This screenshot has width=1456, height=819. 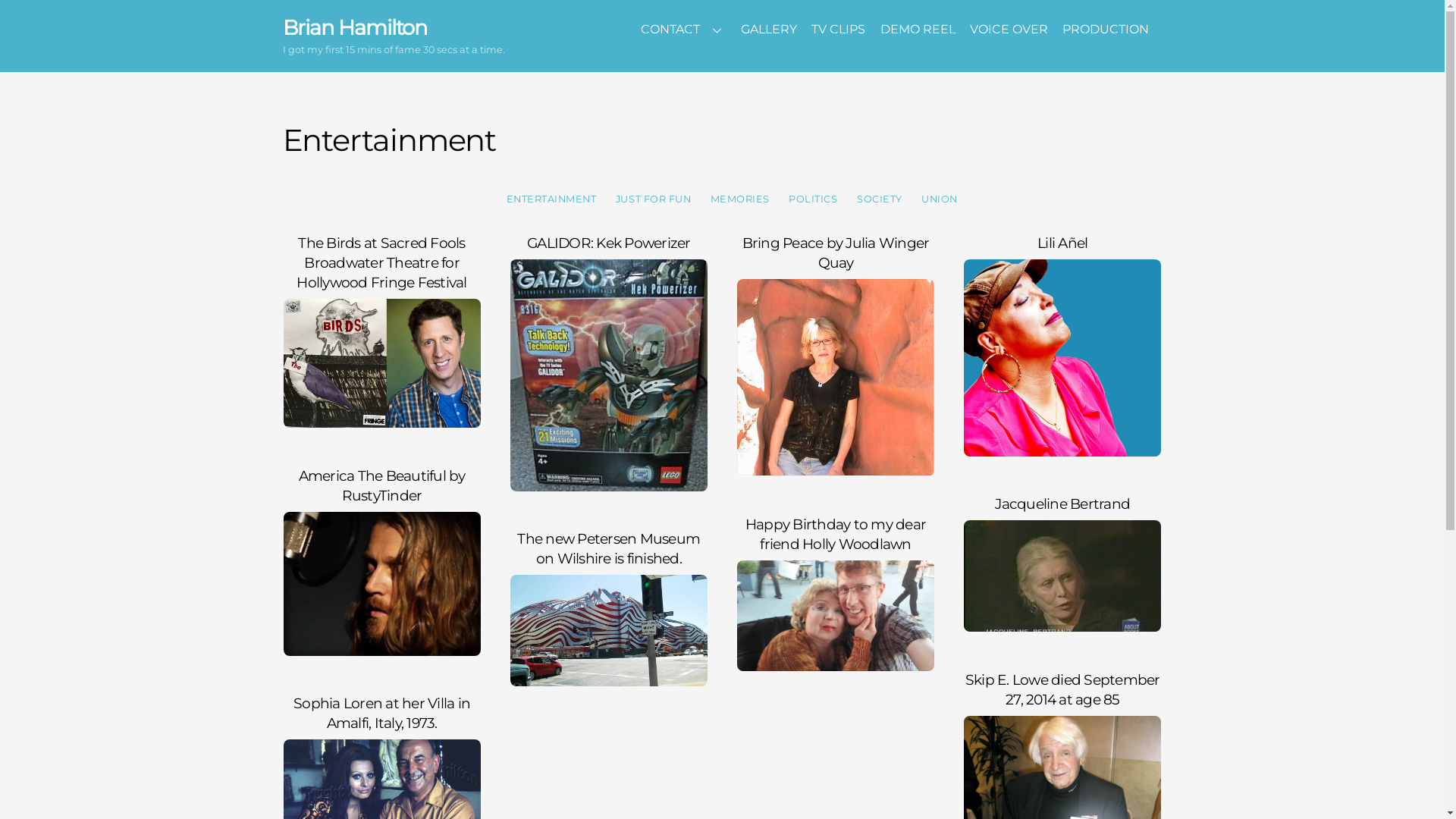 I want to click on 'SOCIETY', so click(x=879, y=198).